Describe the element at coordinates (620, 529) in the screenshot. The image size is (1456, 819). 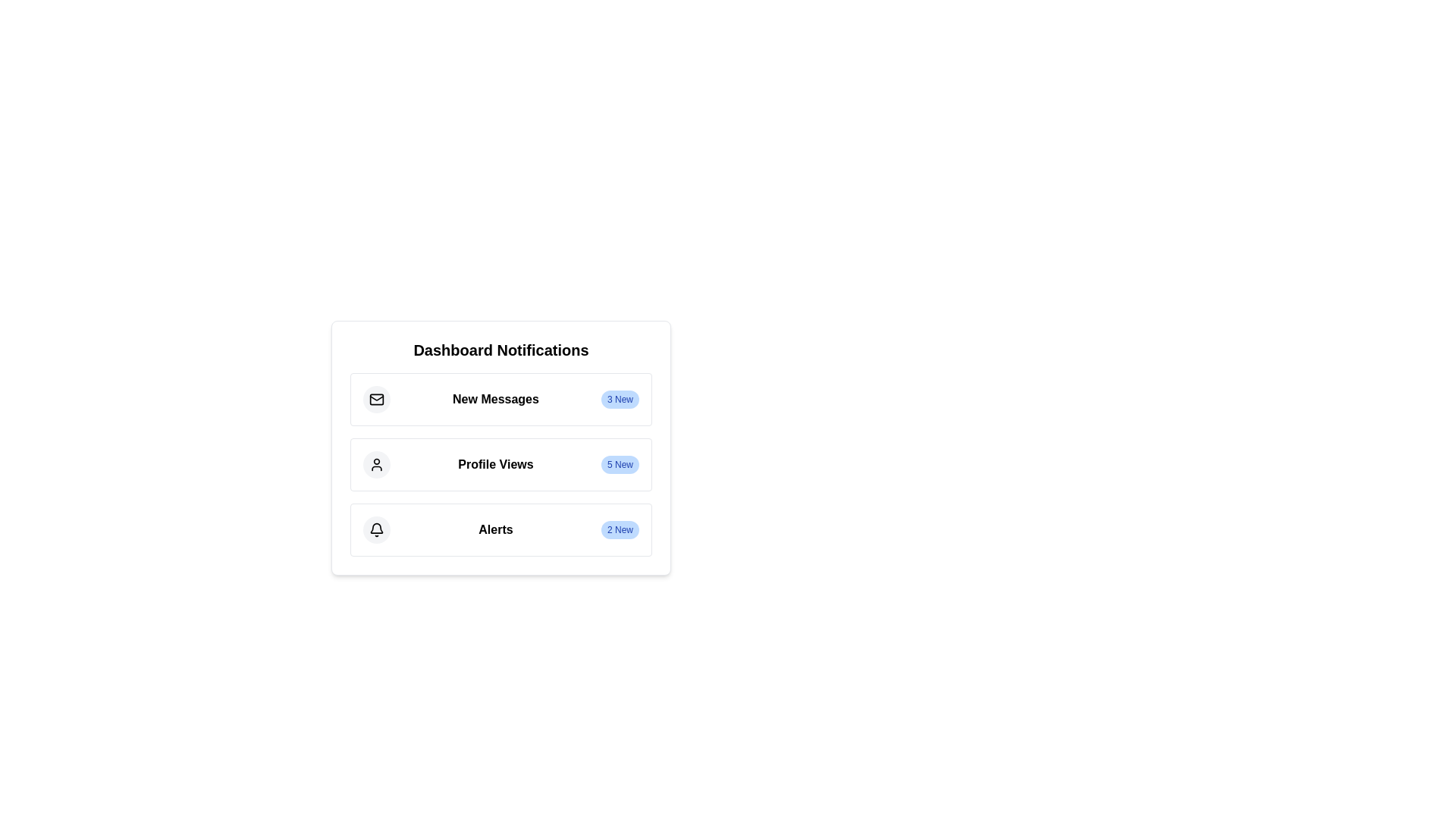
I see `the badge labeled '2 New' with a light blue background and bold blue text, located in the 'Alerts' section of notifications` at that location.